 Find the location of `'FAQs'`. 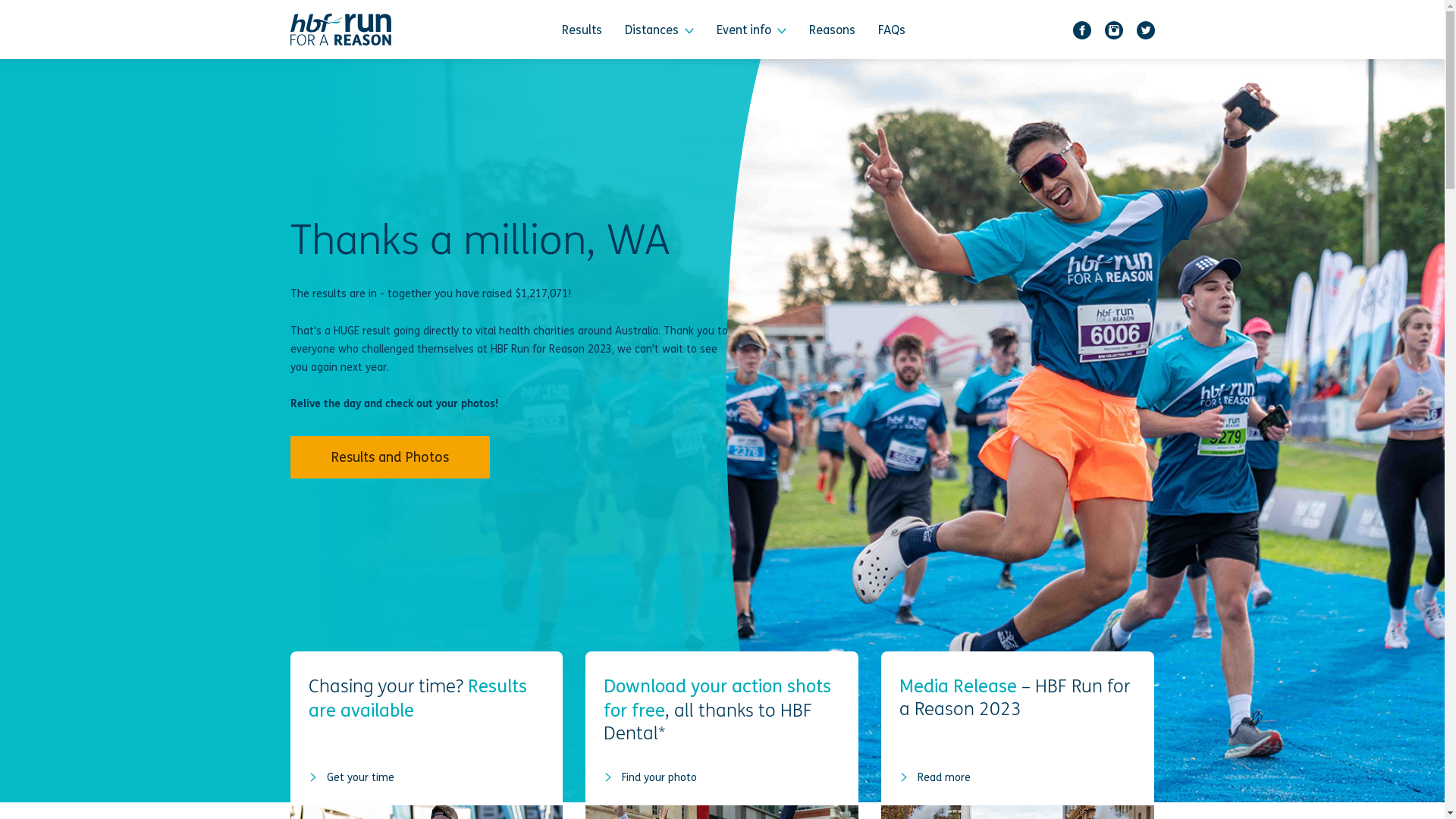

'FAQs' is located at coordinates (892, 29).